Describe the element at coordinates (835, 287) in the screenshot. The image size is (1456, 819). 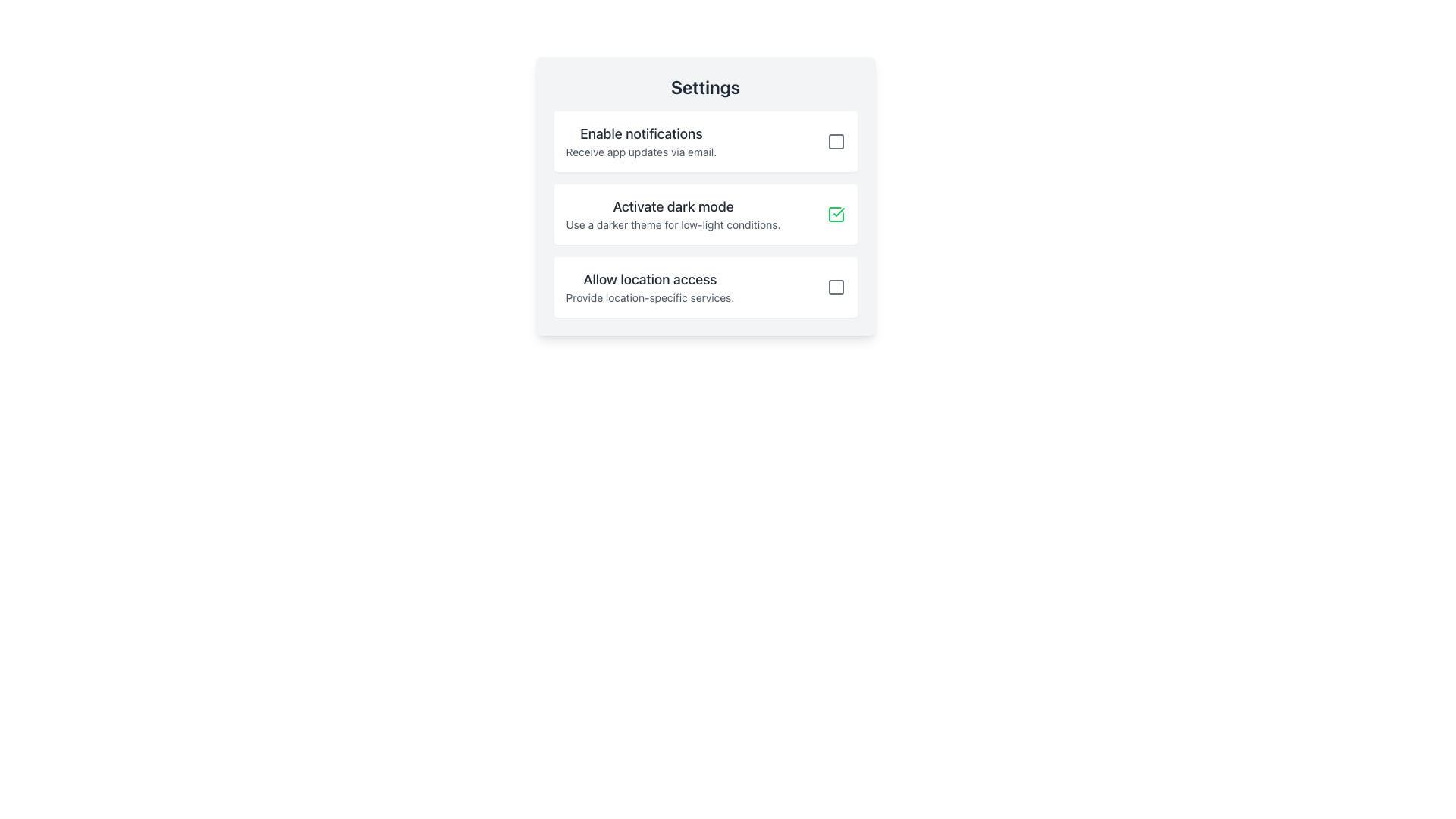
I see `the checkbox toggle indicator inside the SVG icon located at the right end of the 'Allow location access' row in the settings menu` at that location.